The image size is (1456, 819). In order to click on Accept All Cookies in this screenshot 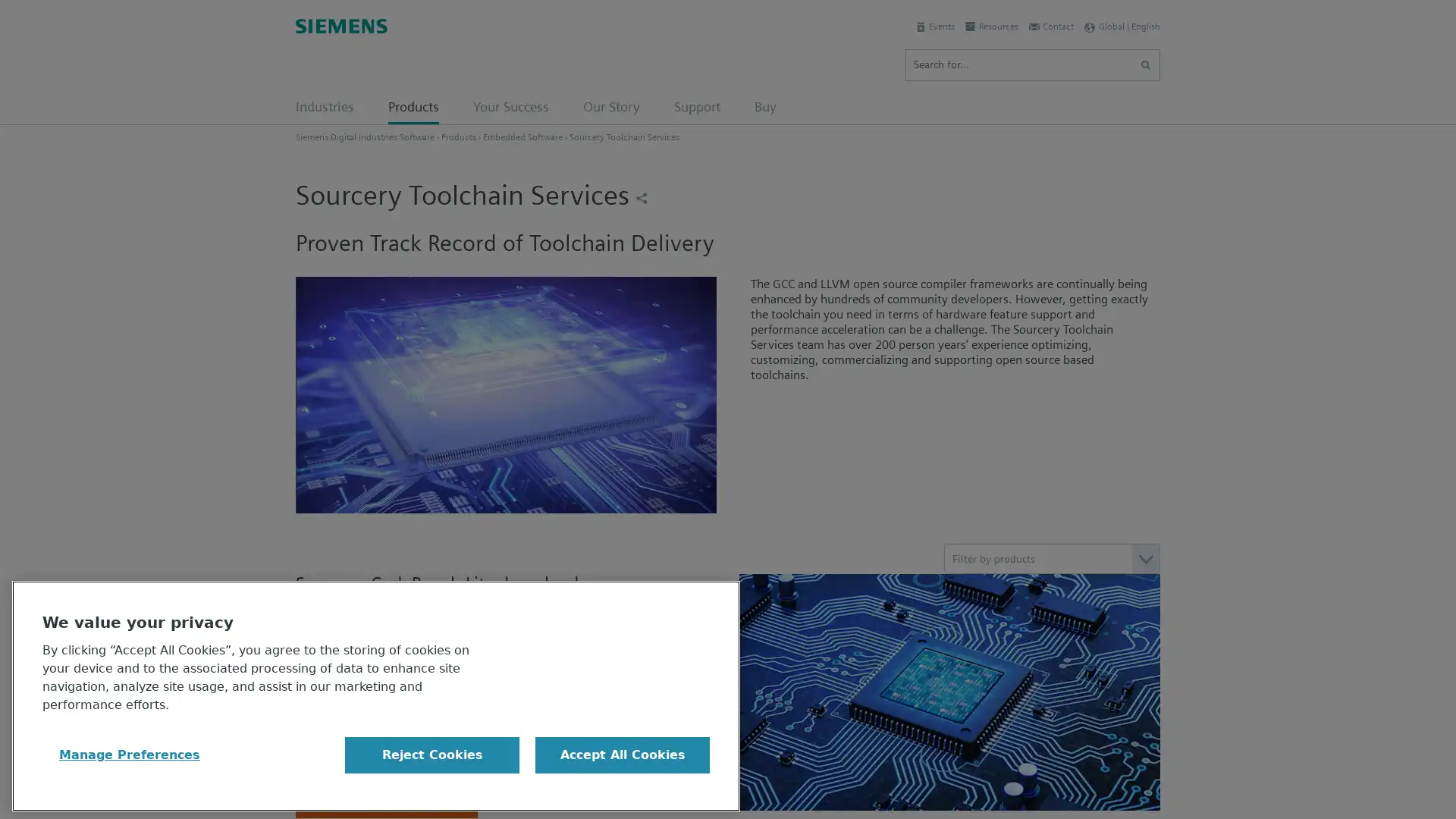, I will do `click(622, 755)`.